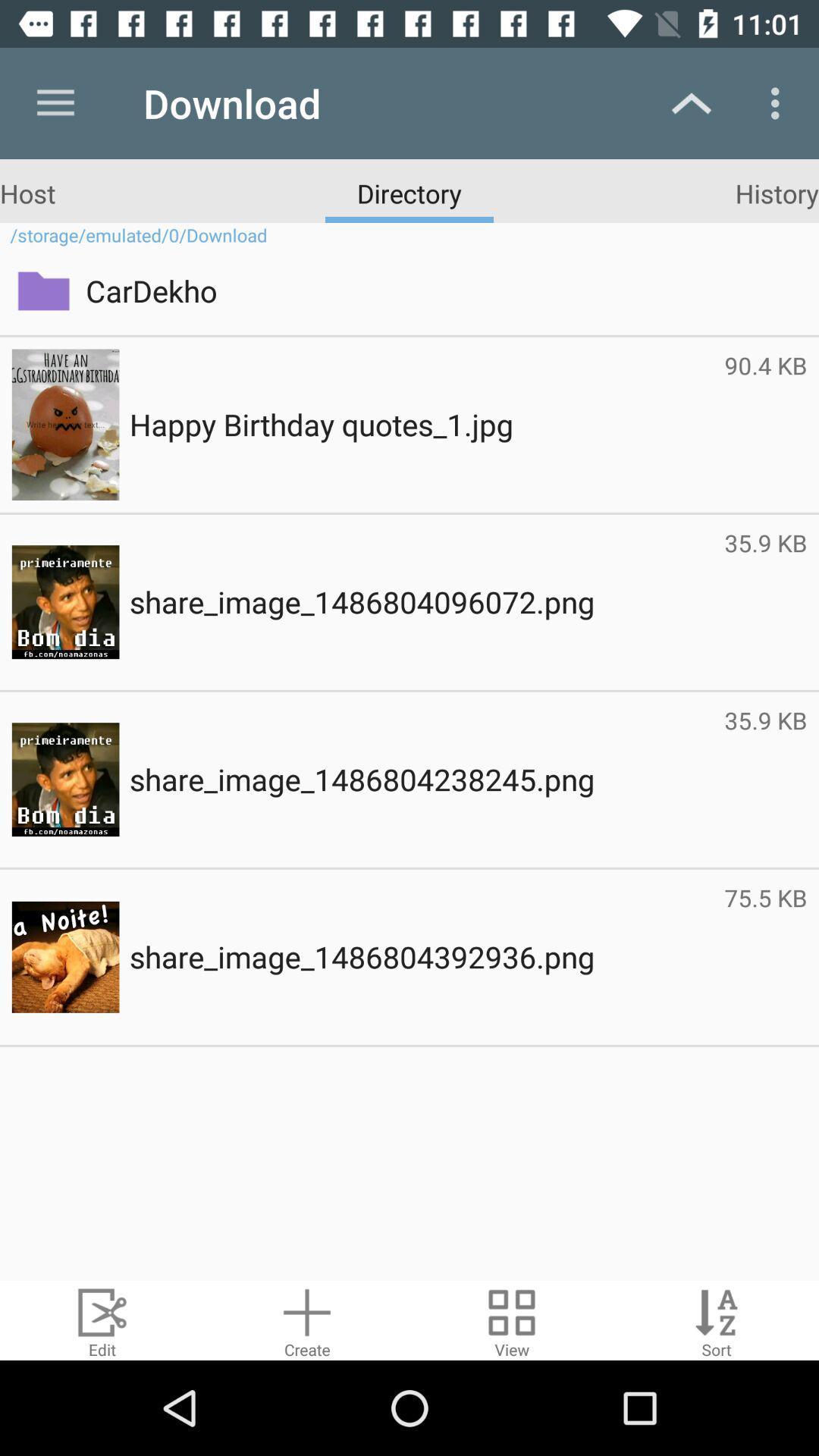 The image size is (819, 1456). Describe the element at coordinates (102, 1319) in the screenshot. I see `edit` at that location.